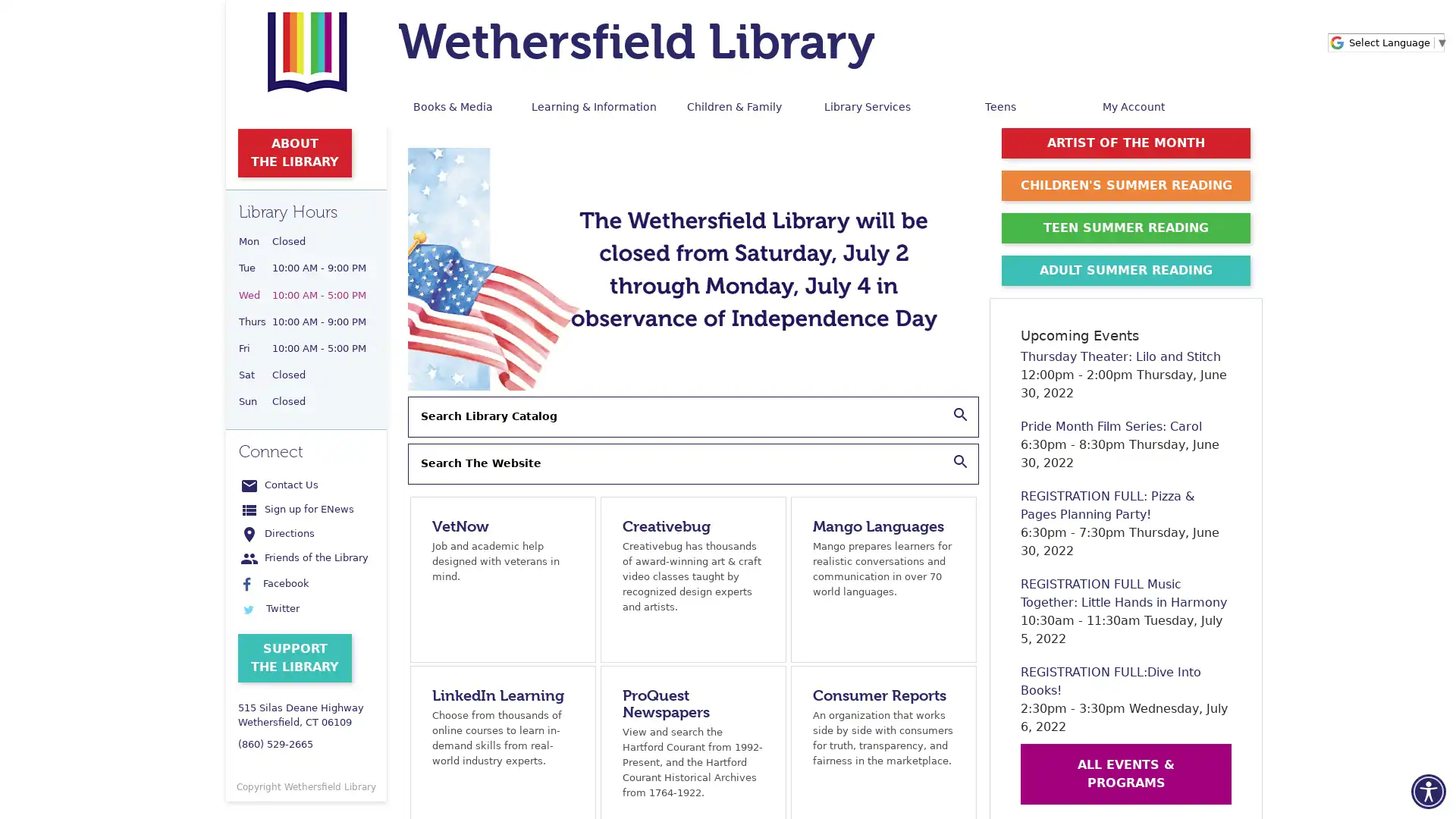 The image size is (1456, 819). Describe the element at coordinates (450, 268) in the screenshot. I see `Previous` at that location.